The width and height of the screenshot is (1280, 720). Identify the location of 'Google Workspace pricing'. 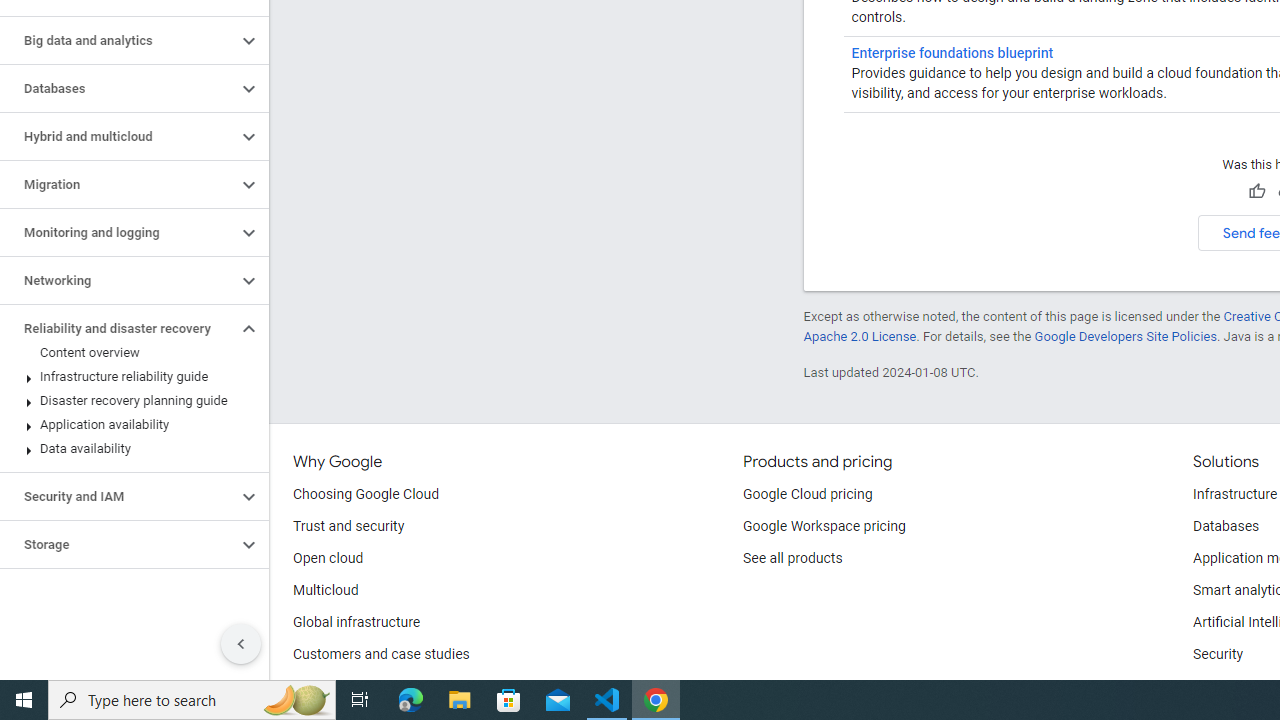
(824, 526).